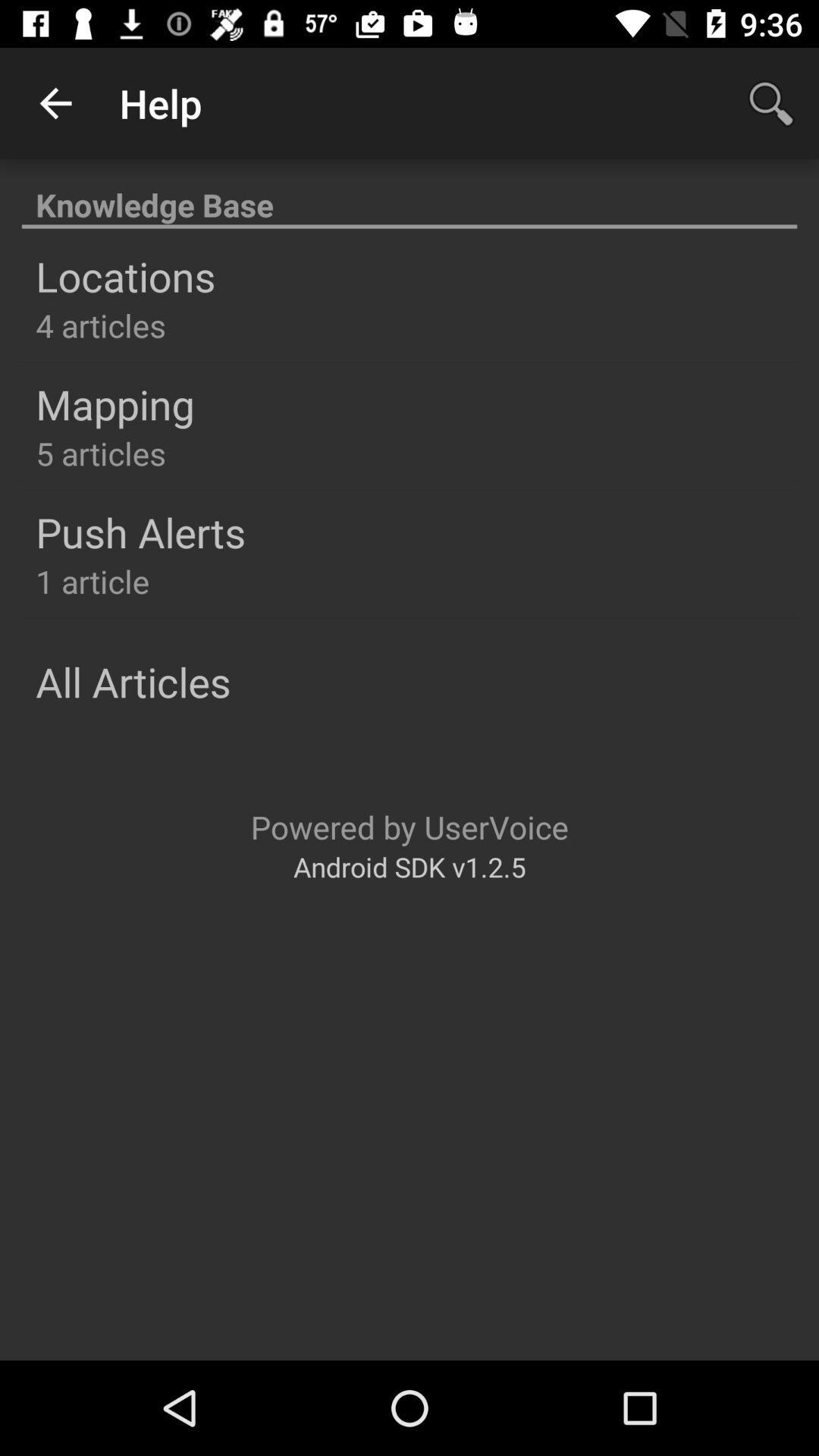 Image resolution: width=819 pixels, height=1456 pixels. What do you see at coordinates (55, 102) in the screenshot?
I see `item above knowledge base` at bounding box center [55, 102].